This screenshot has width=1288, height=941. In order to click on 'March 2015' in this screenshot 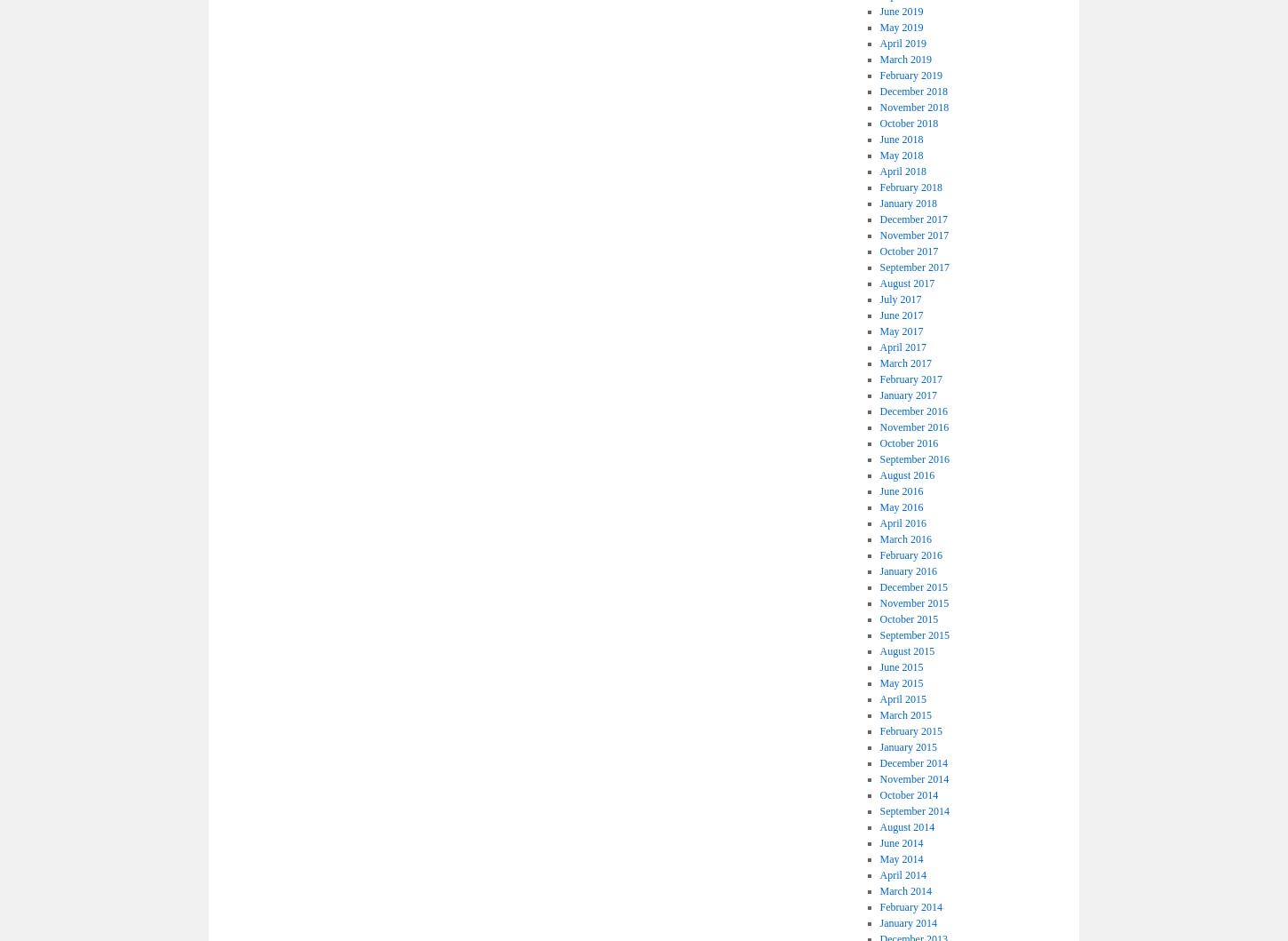, I will do `click(905, 714)`.